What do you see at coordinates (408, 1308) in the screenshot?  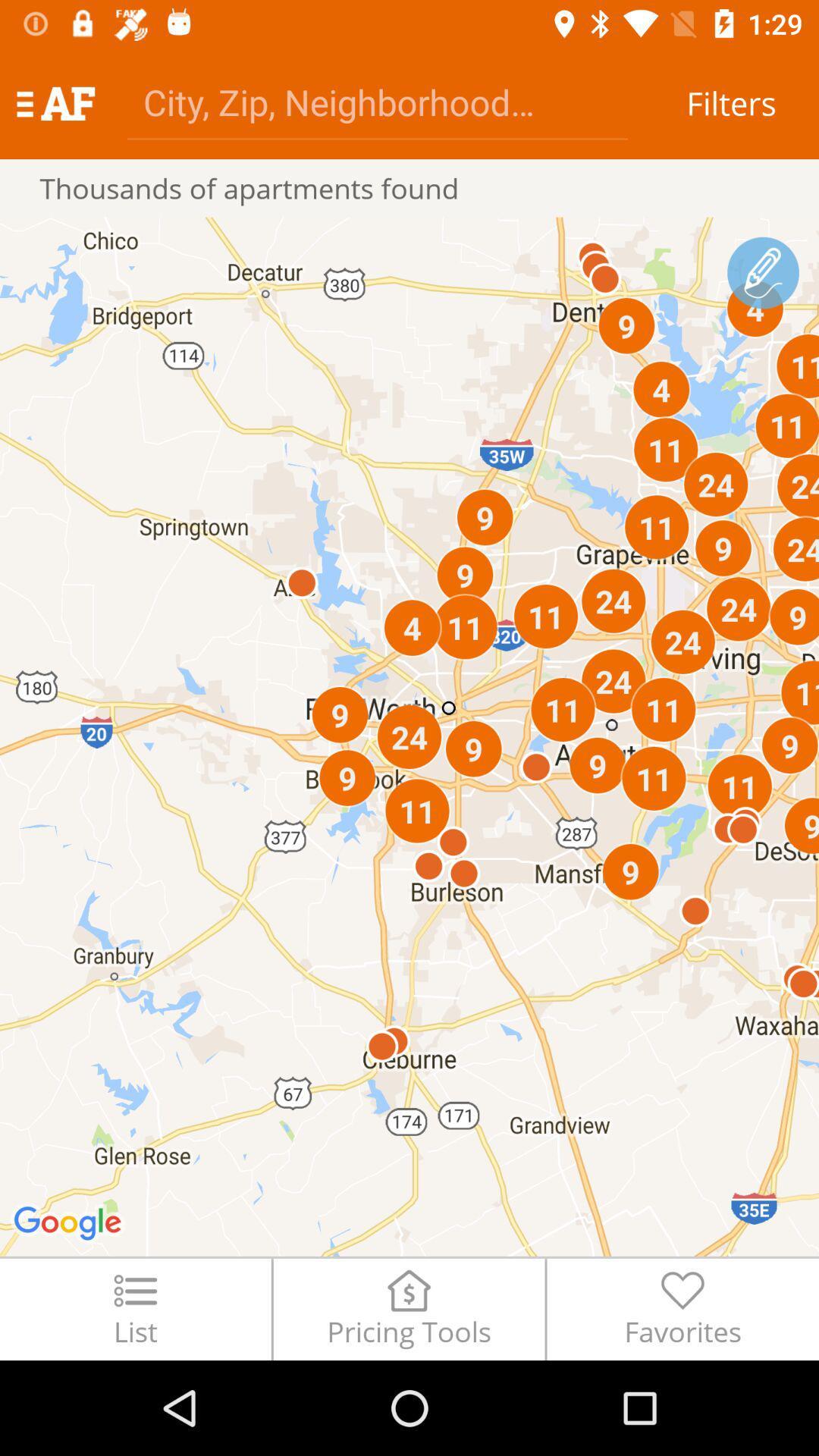 I see `item next to the list` at bounding box center [408, 1308].